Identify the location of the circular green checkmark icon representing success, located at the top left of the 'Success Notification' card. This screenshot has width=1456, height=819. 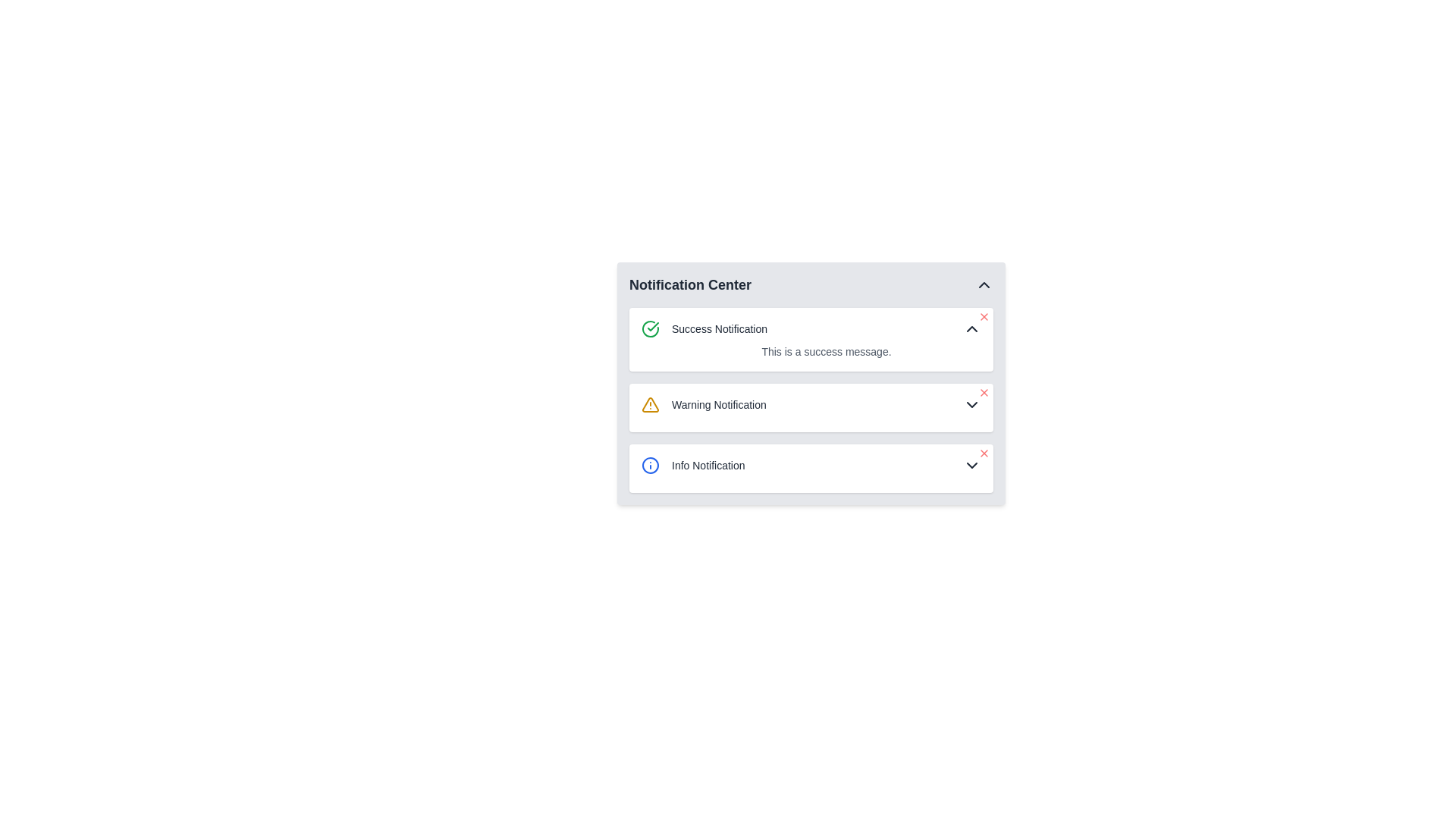
(651, 328).